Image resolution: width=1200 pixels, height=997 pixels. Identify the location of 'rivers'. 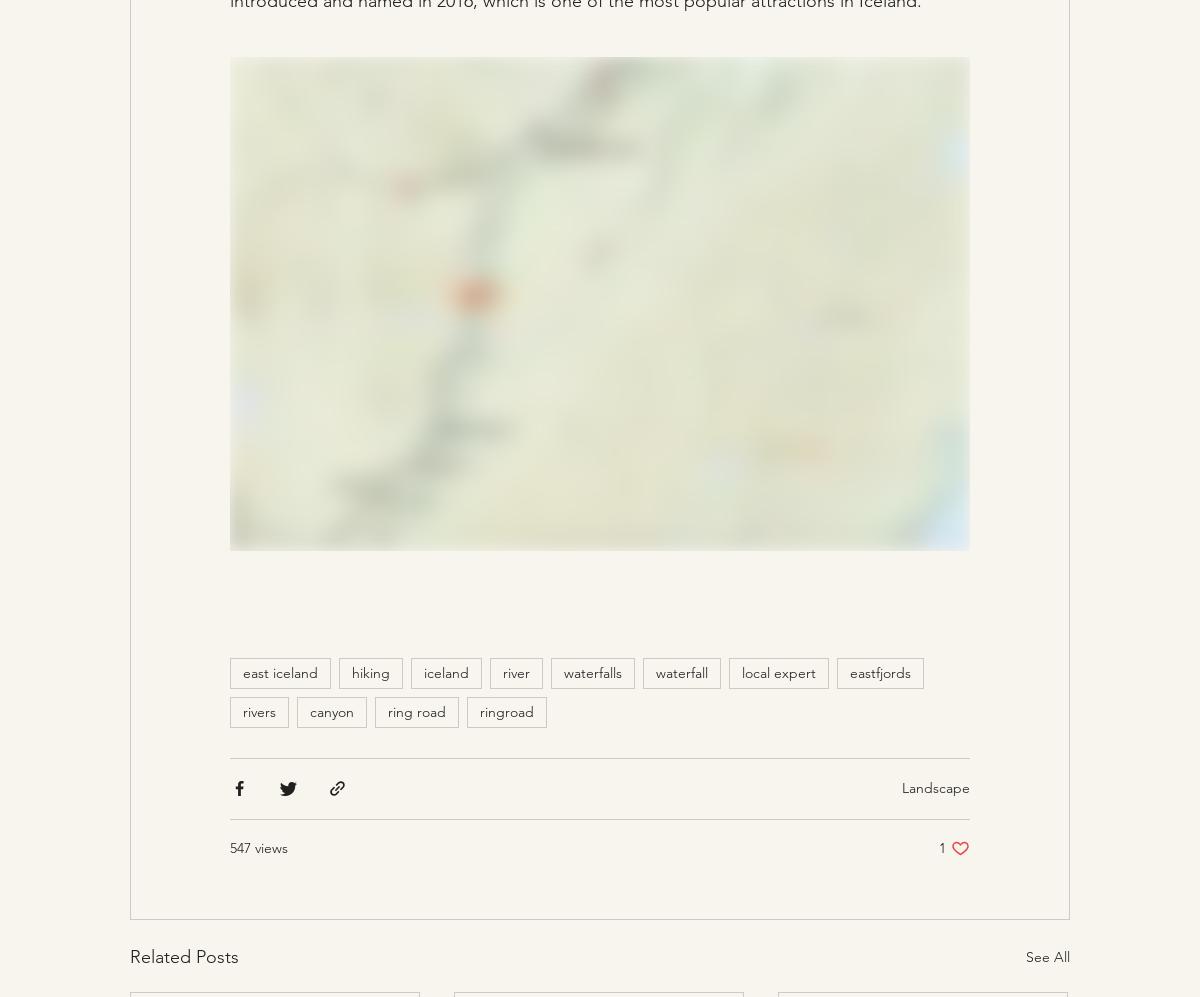
(242, 709).